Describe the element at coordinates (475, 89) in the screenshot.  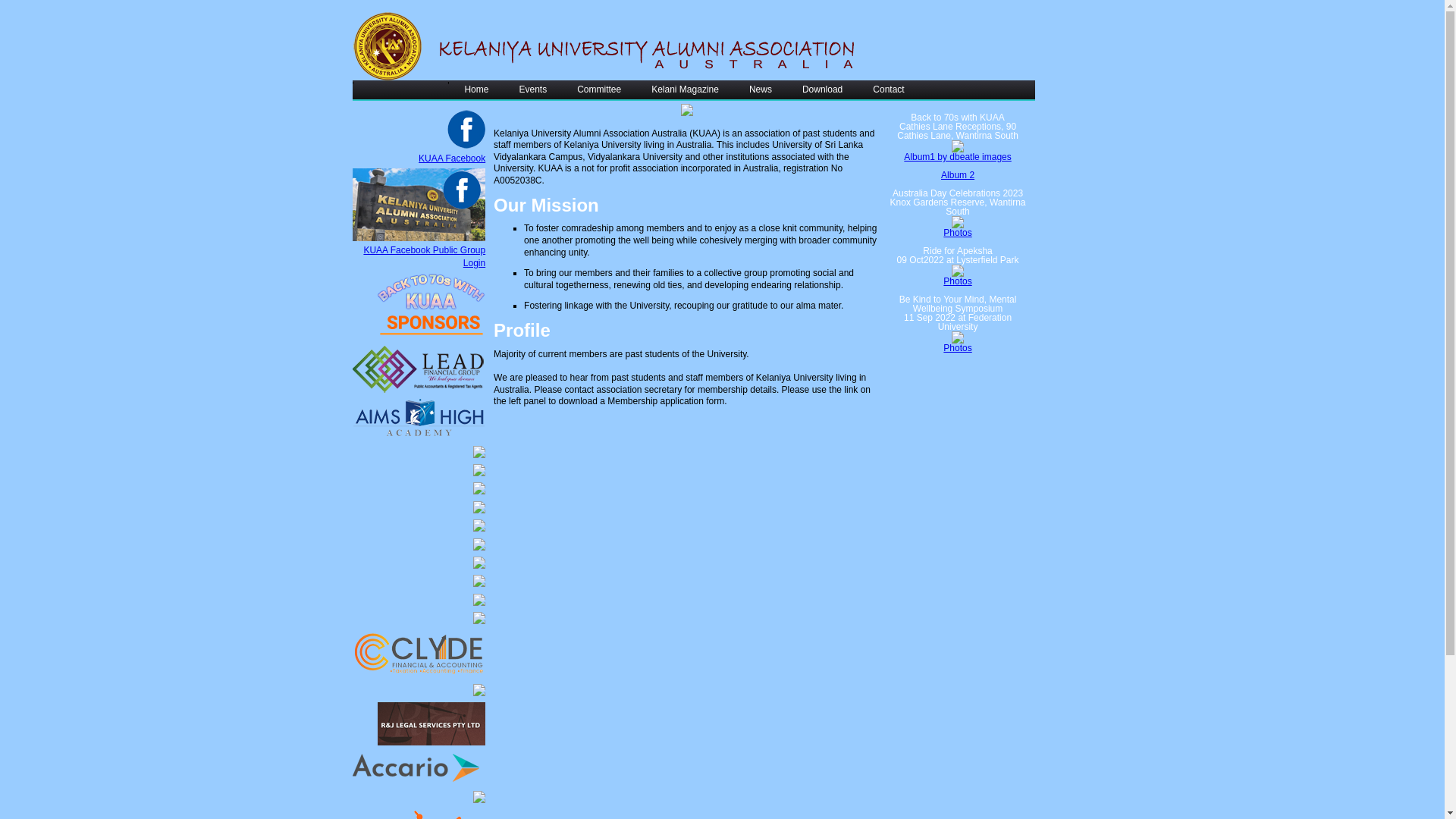
I see `'Home'` at that location.